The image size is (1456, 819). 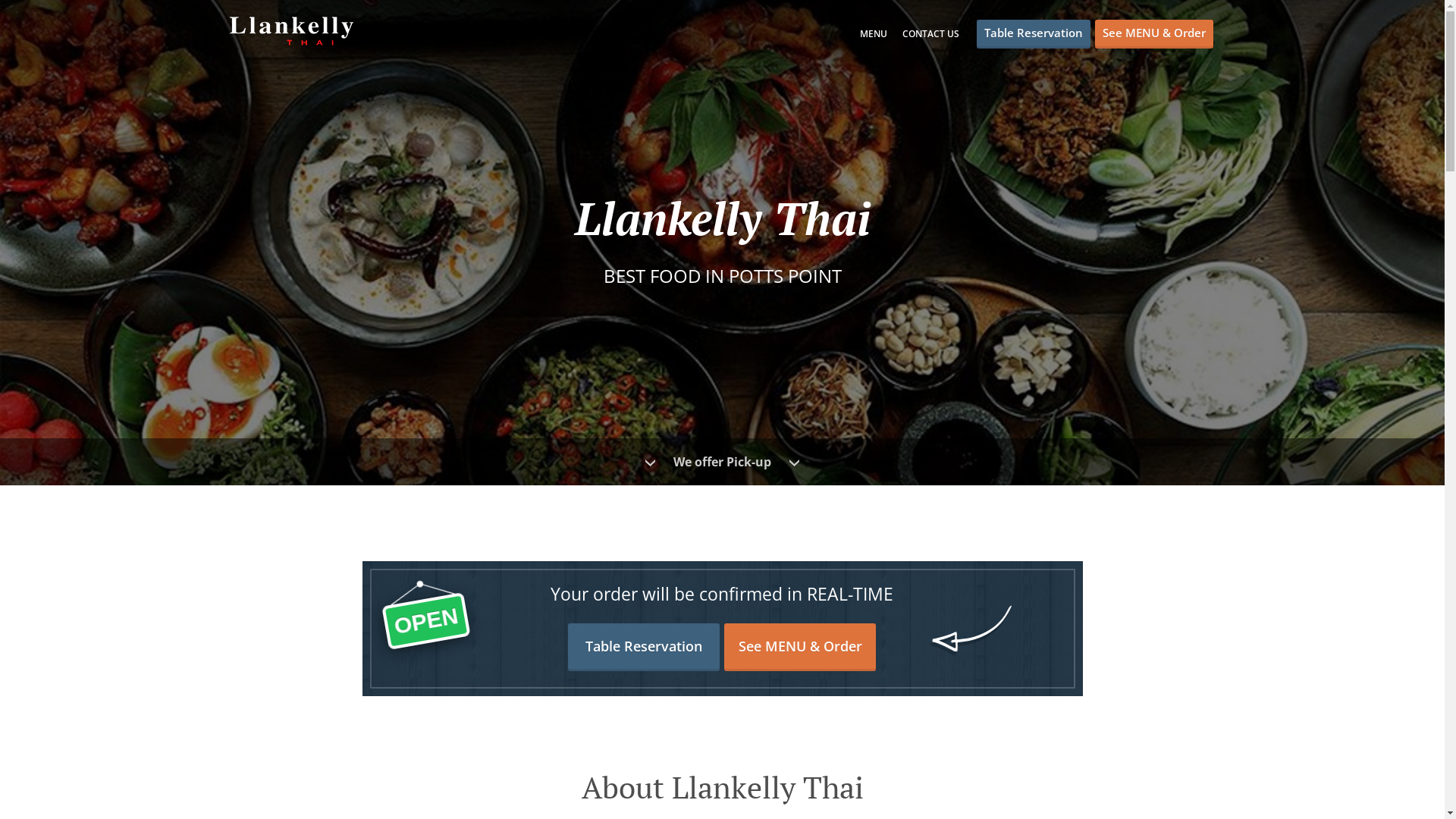 What do you see at coordinates (874, 33) in the screenshot?
I see `'MENU'` at bounding box center [874, 33].